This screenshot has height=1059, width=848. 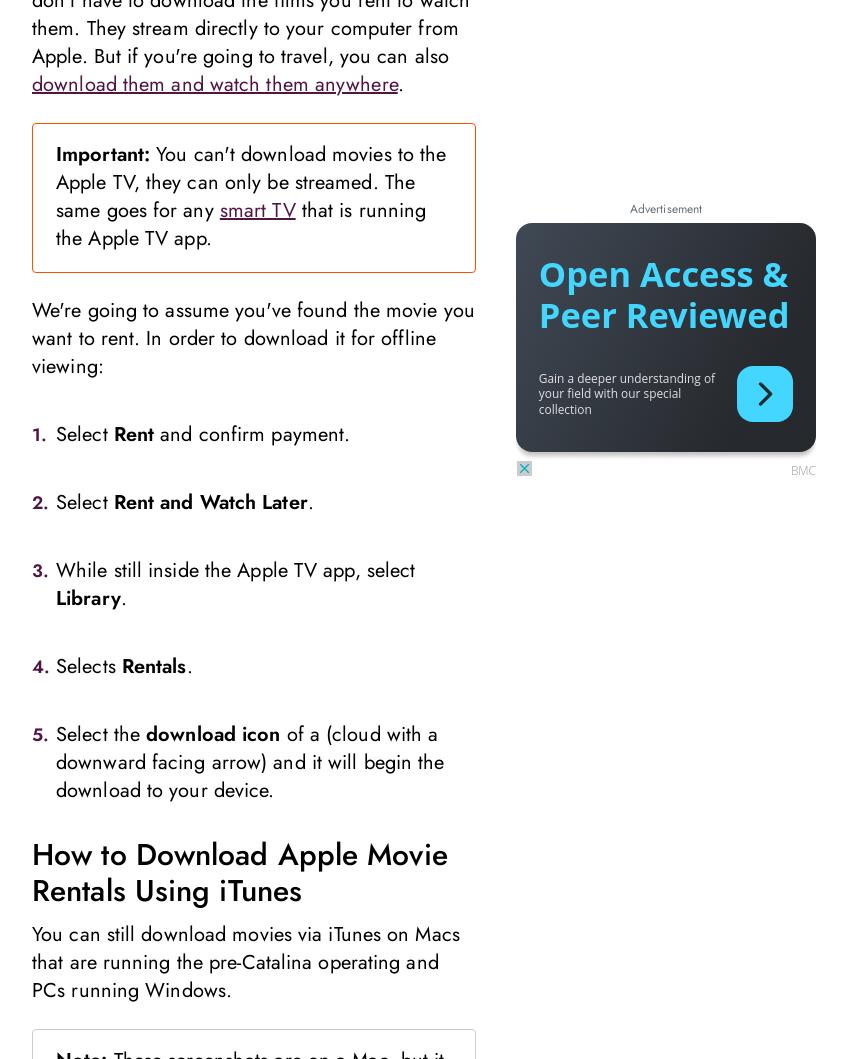 What do you see at coordinates (240, 223) in the screenshot?
I see `'that is running the Apple TV app.'` at bounding box center [240, 223].